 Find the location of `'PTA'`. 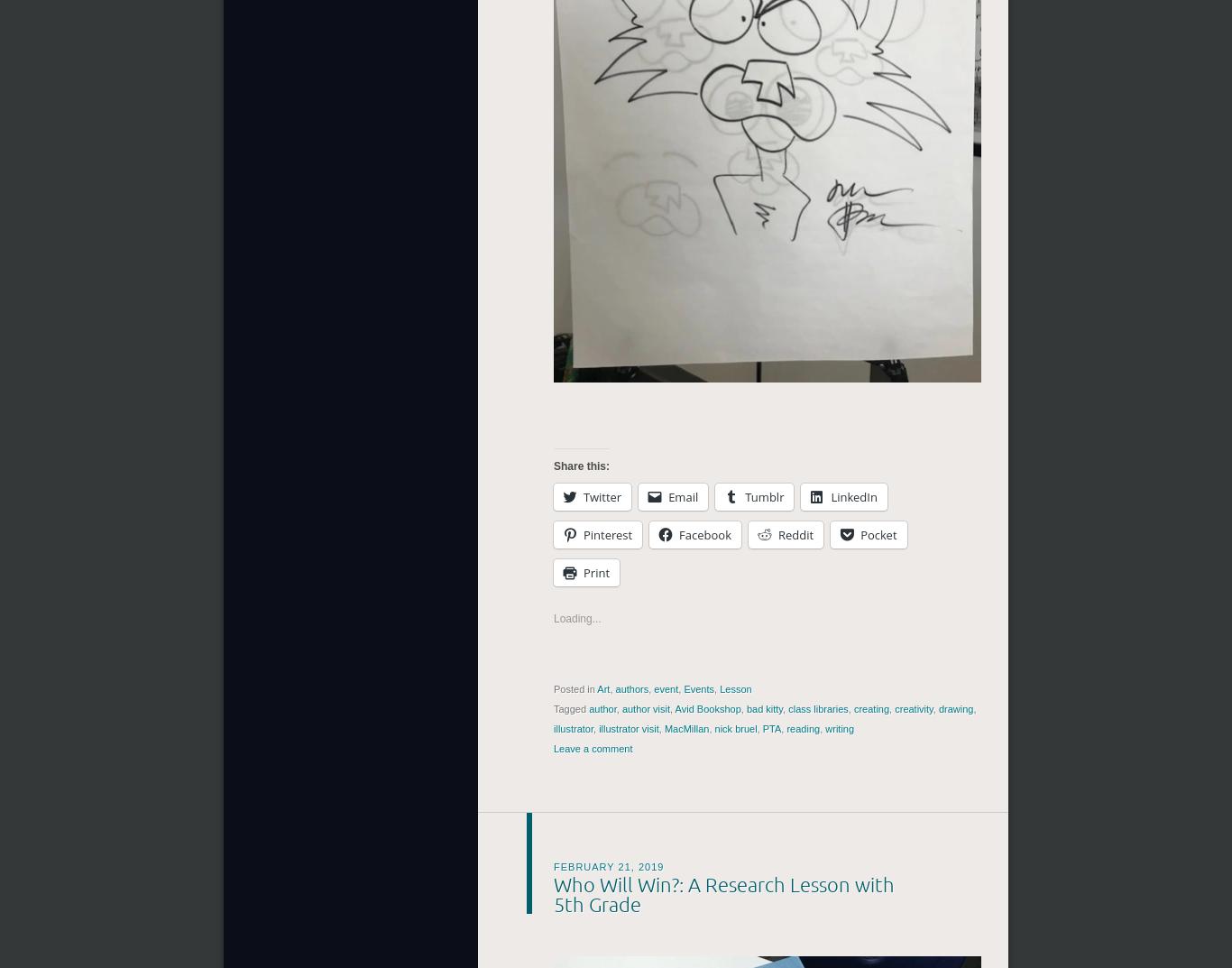

'PTA' is located at coordinates (770, 728).